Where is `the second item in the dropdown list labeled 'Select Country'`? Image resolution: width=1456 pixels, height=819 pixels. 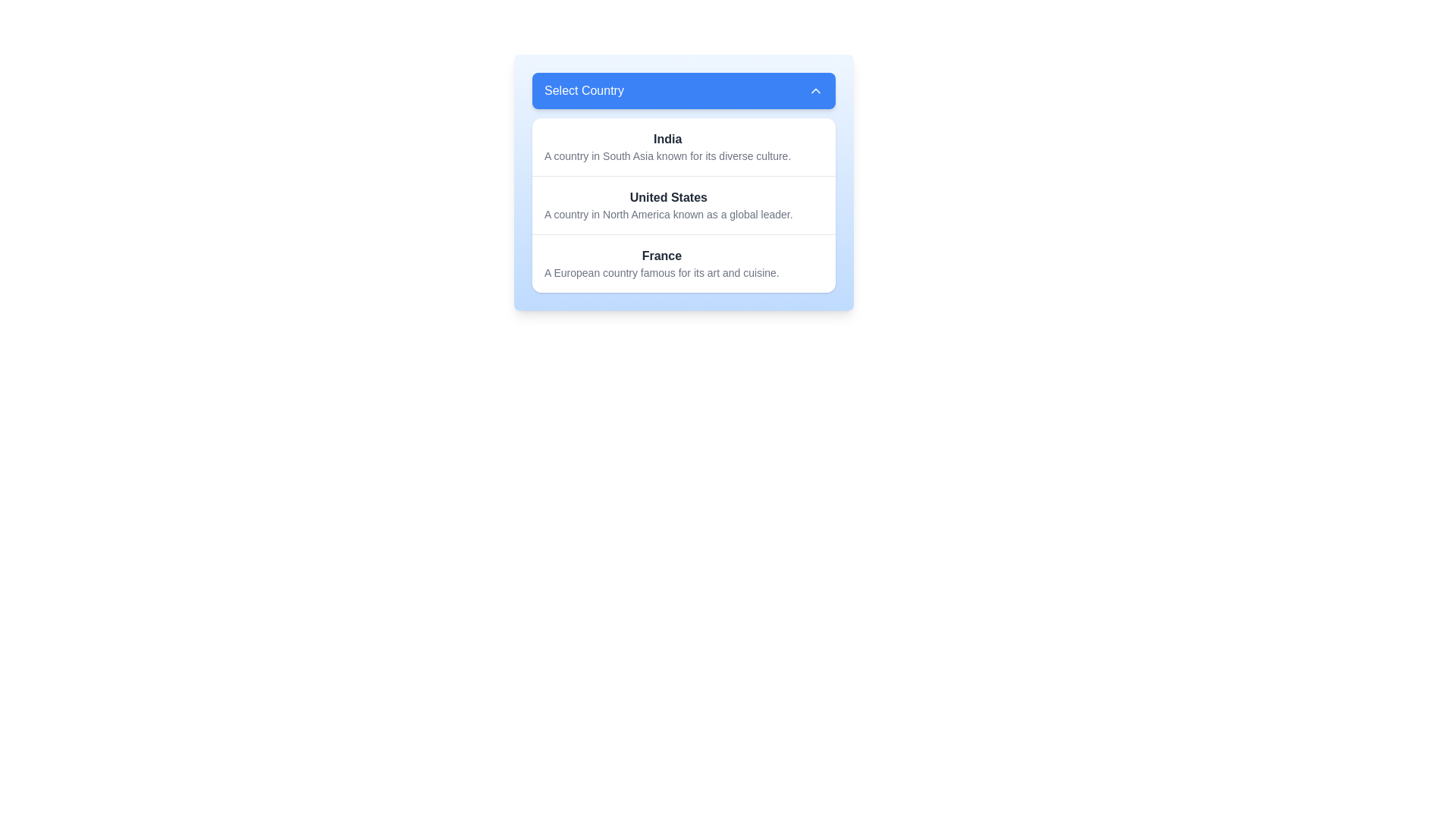
the second item in the dropdown list labeled 'Select Country' is located at coordinates (683, 205).